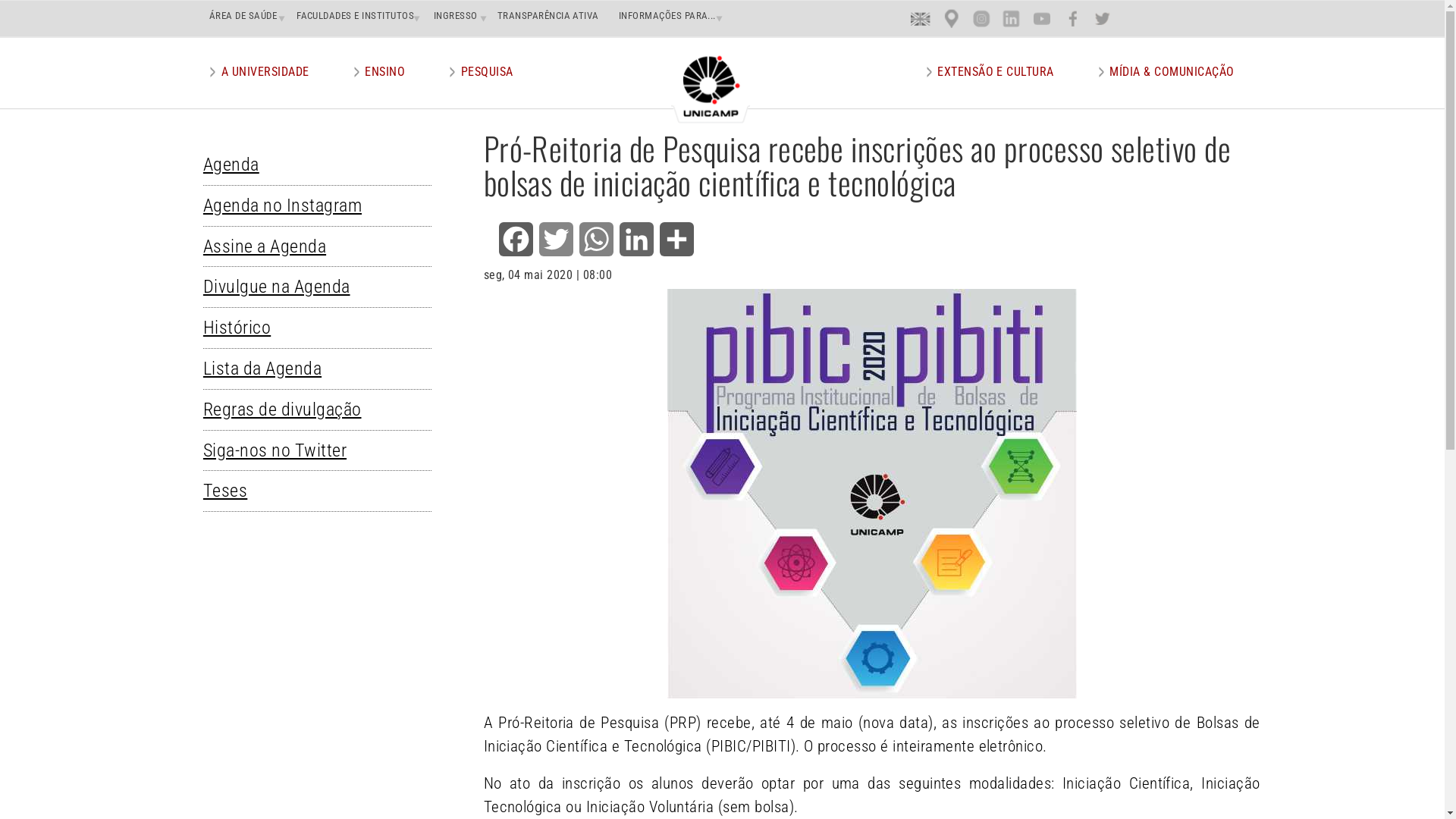 The width and height of the screenshot is (1456, 819). Describe the element at coordinates (451, 15) in the screenshot. I see `'INGRESSO'` at that location.